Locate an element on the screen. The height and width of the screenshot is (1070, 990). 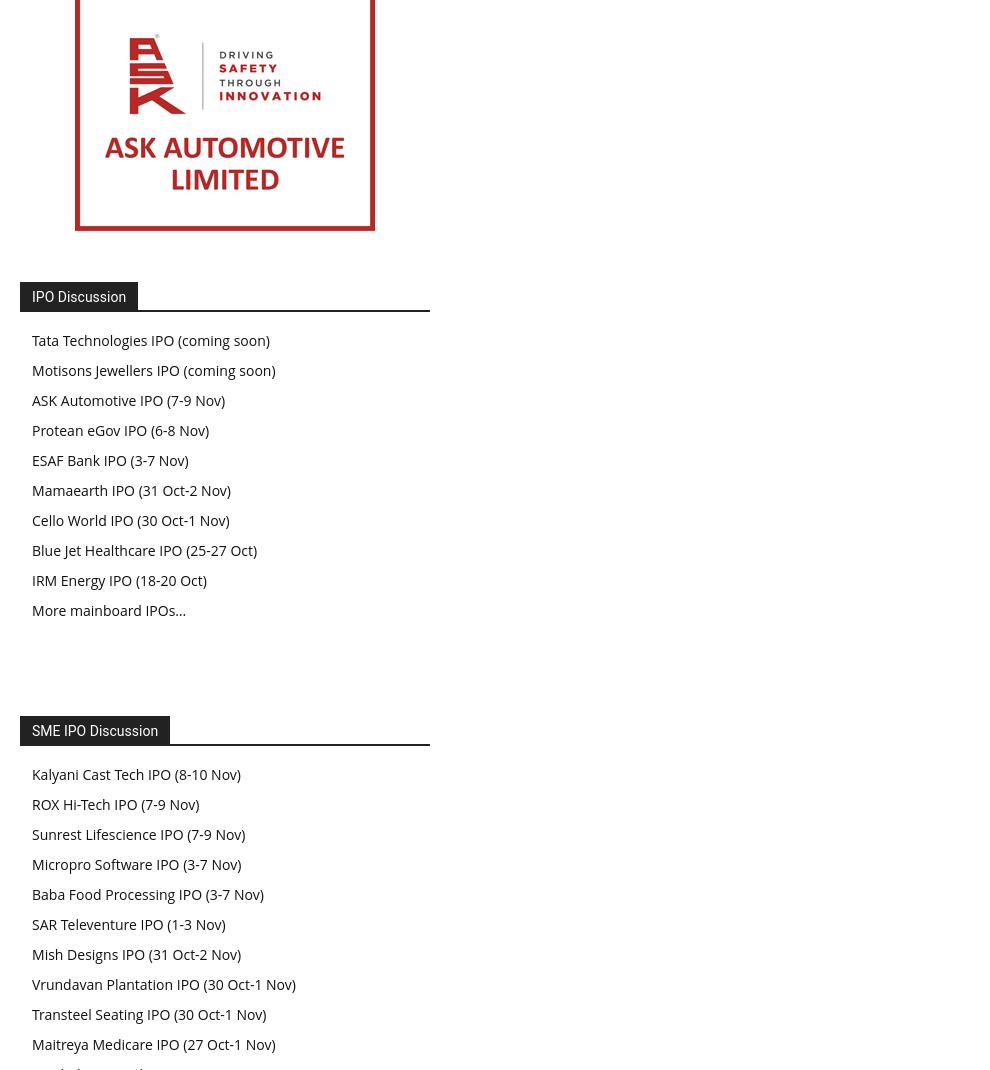
'Sunrest Lifescience IPO (7-9 Nov)' is located at coordinates (137, 833).